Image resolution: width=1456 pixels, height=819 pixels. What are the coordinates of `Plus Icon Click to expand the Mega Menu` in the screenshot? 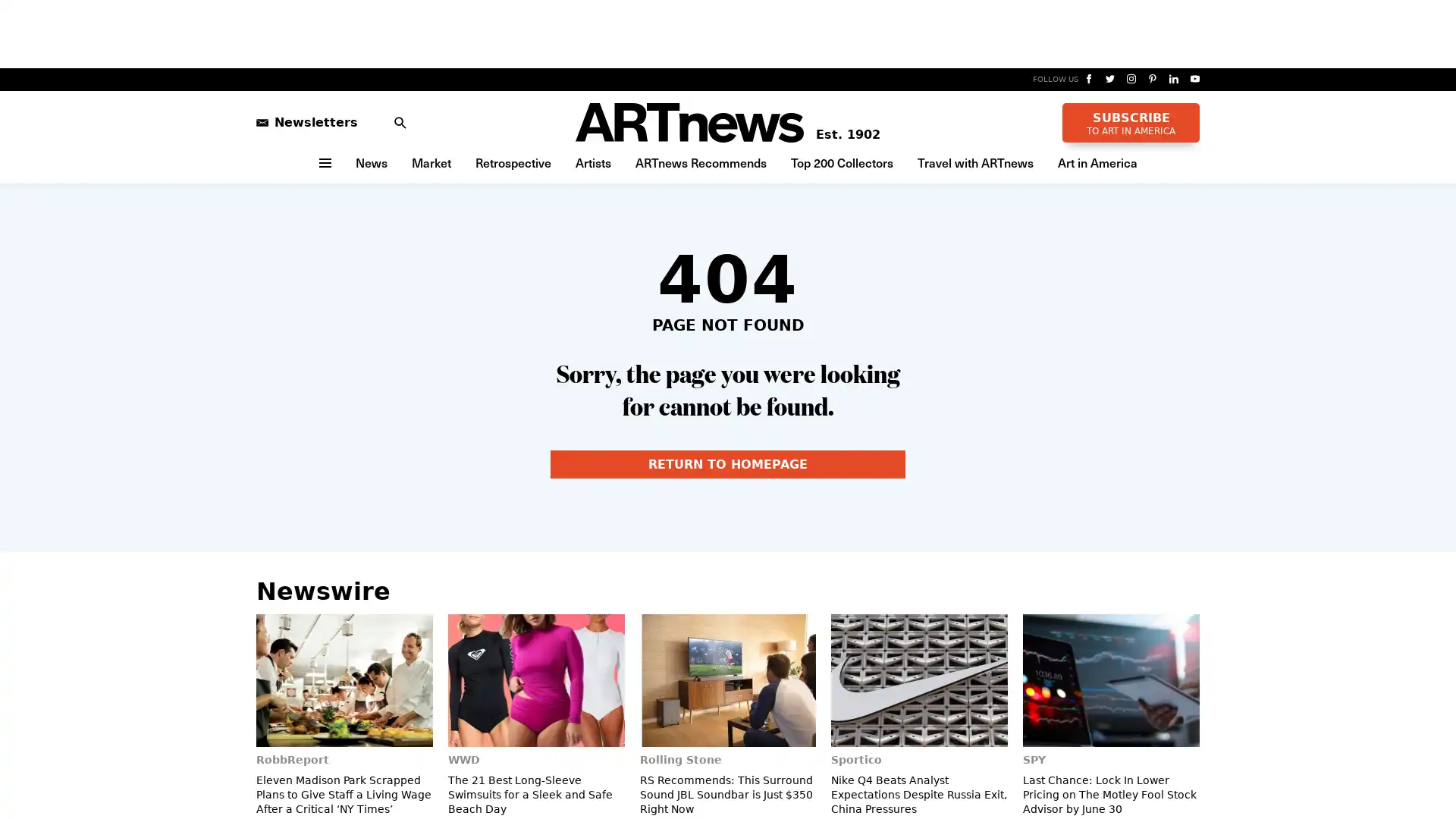 It's located at (323, 162).